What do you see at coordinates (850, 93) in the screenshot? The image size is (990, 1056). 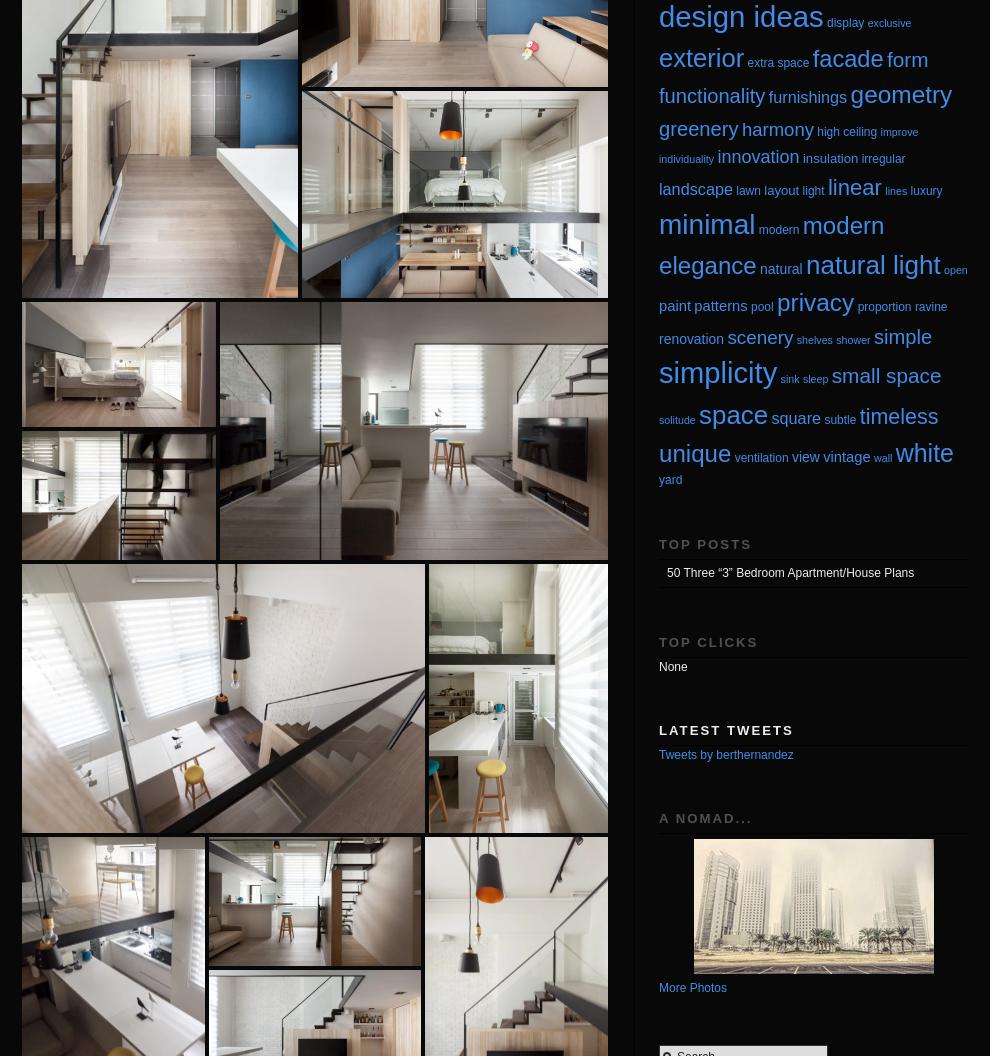 I see `'geometry'` at bounding box center [850, 93].